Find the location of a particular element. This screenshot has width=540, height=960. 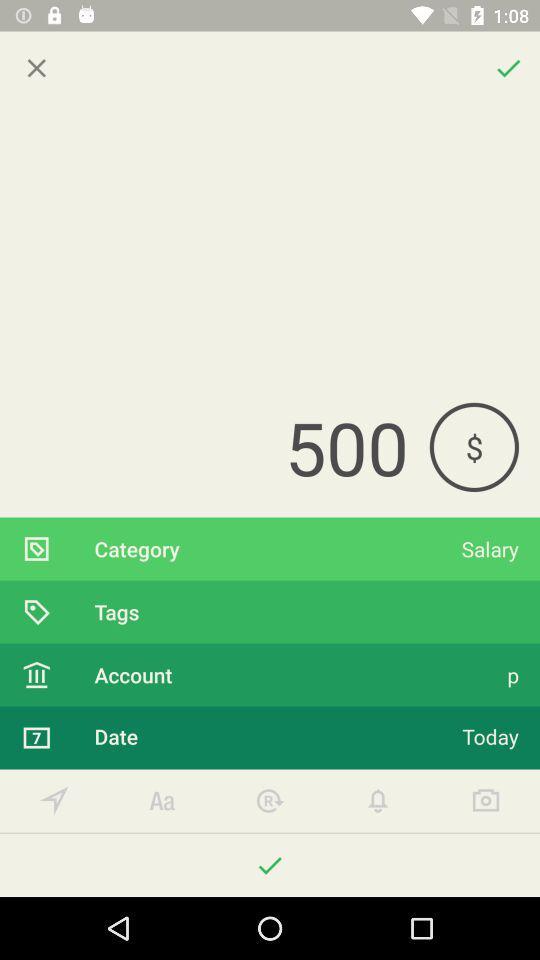

screen rotation lock is located at coordinates (270, 801).